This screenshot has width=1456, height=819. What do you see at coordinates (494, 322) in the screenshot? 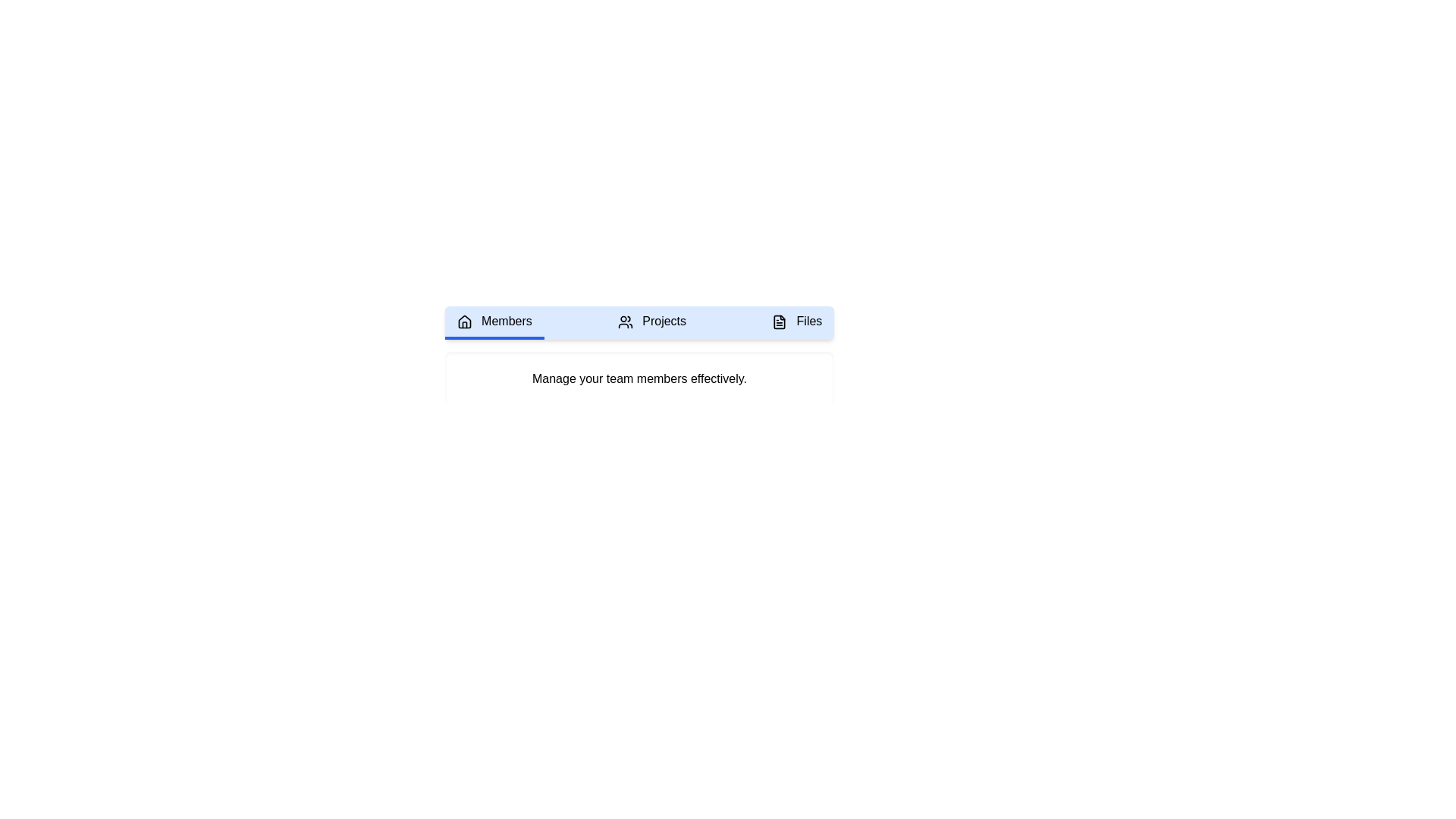
I see `the 'Members' button in the navigation panel, which is the first tab with a house icon and a light blue background` at bounding box center [494, 322].